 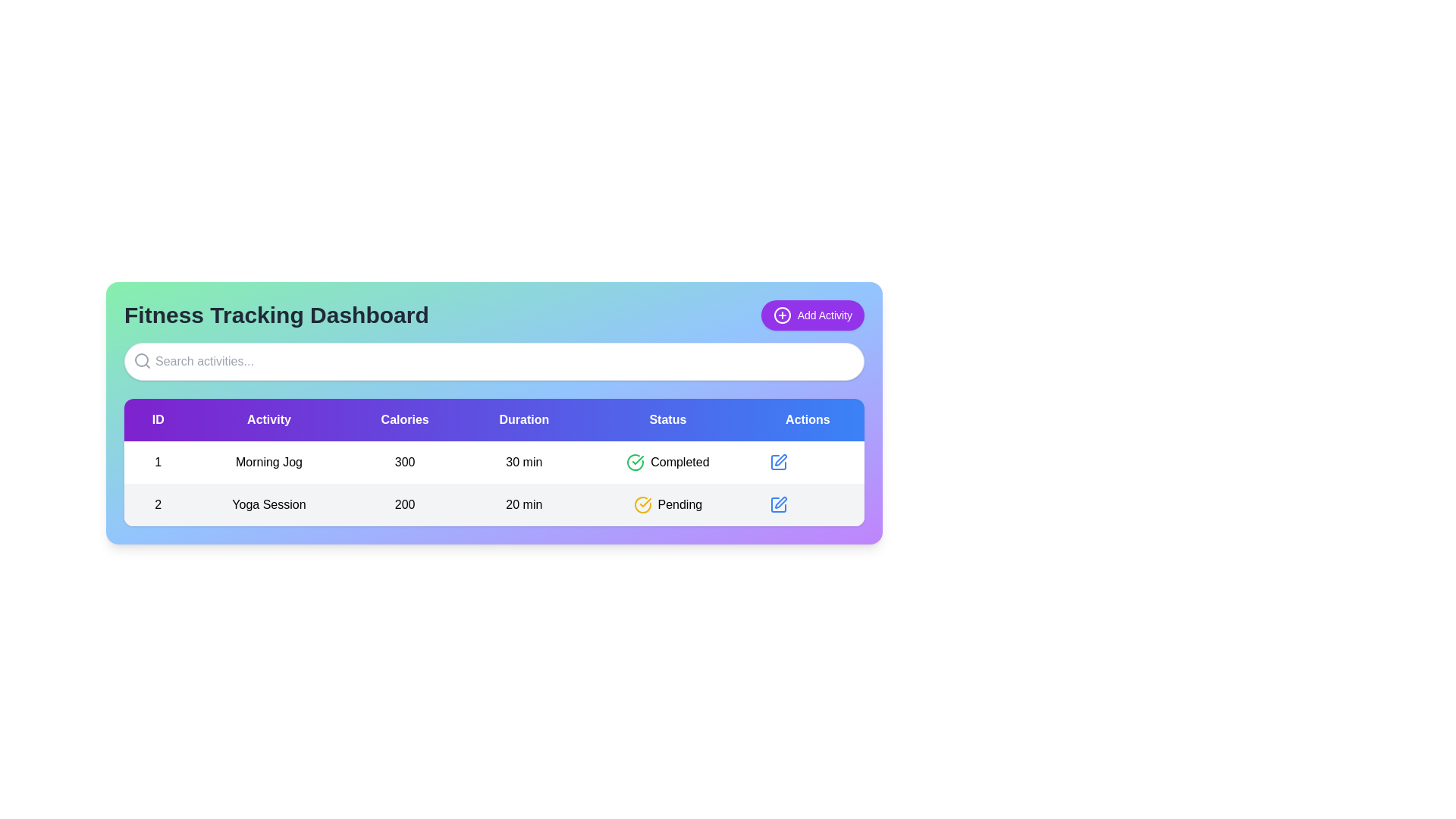 I want to click on the 'Add Activity' button located in the far right section of the 'Fitness Tracking Dashboard' header, so click(x=811, y=315).